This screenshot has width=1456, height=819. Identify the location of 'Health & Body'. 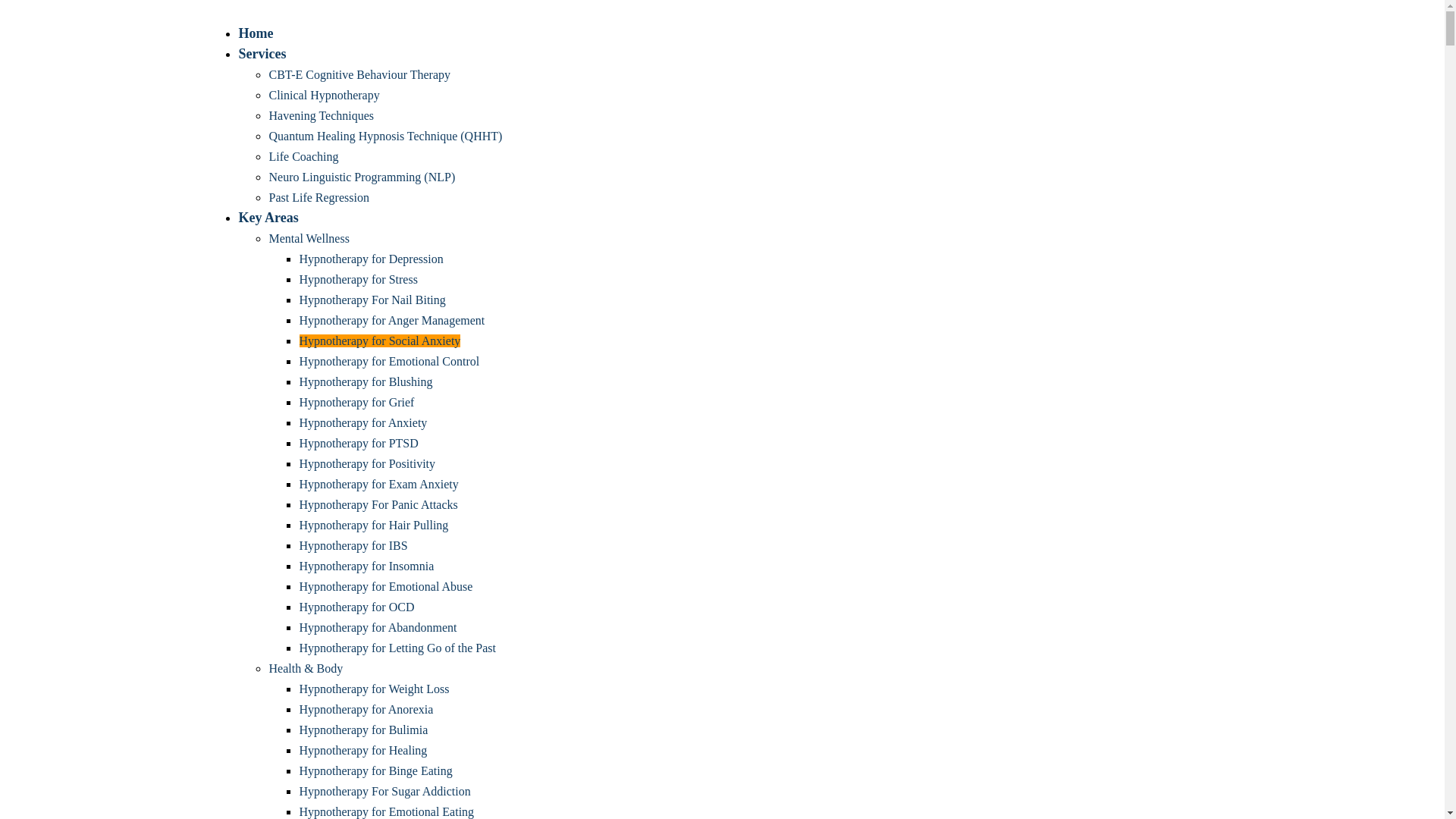
(305, 667).